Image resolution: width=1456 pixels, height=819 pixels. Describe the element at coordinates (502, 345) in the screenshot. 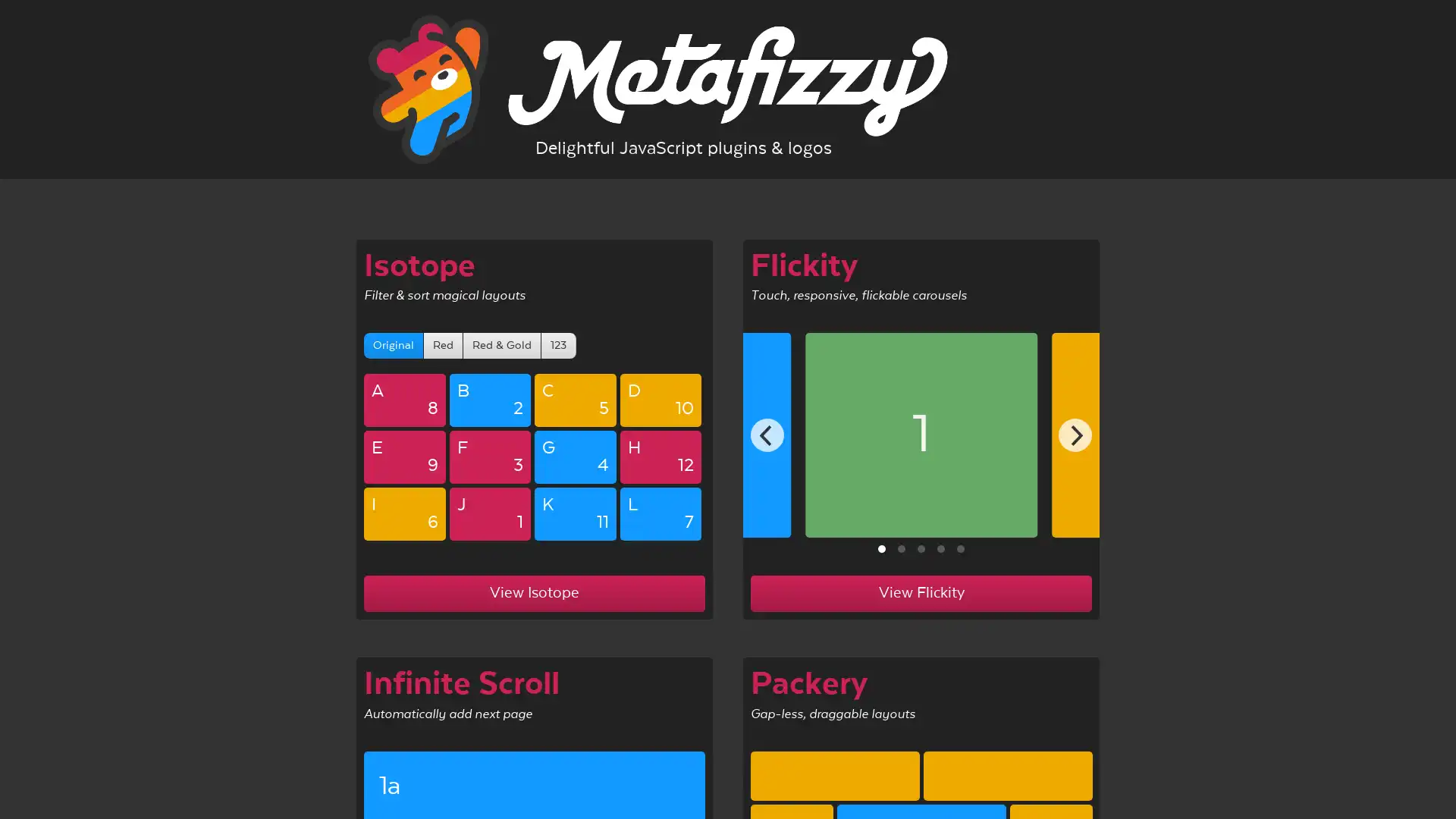

I see `Red & Gold` at that location.